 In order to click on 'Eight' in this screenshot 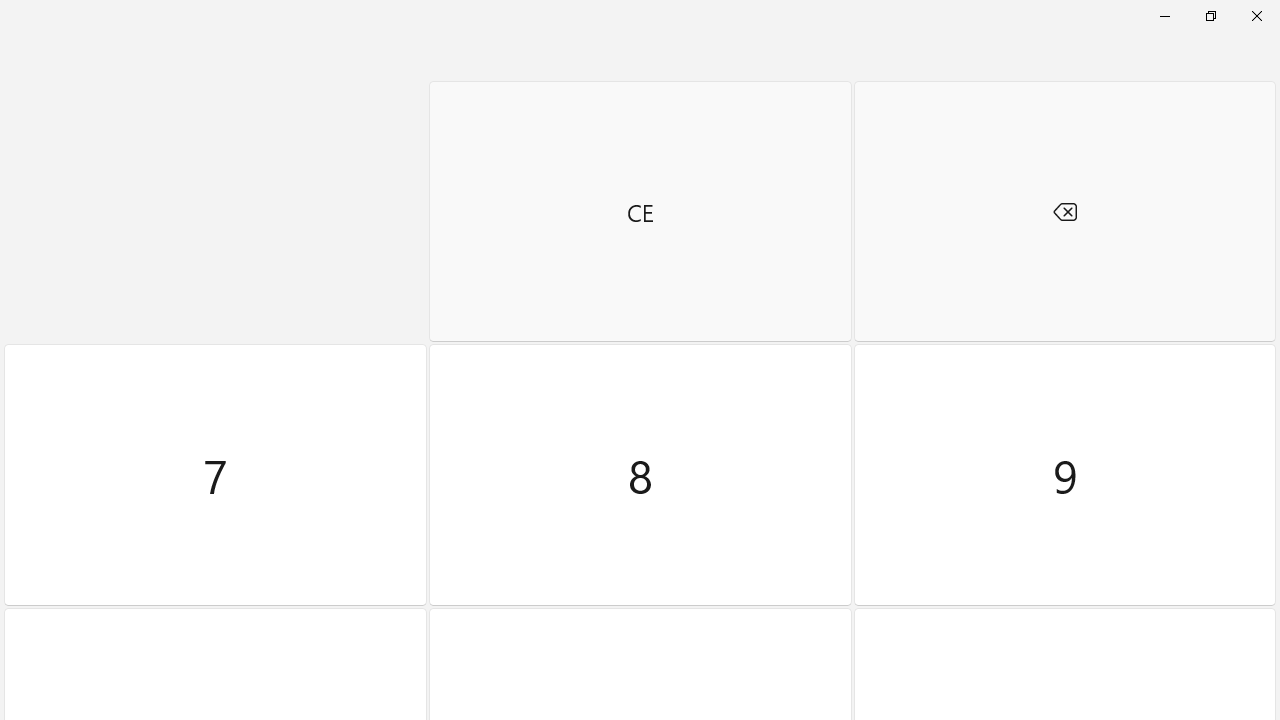, I will do `click(640, 475)`.